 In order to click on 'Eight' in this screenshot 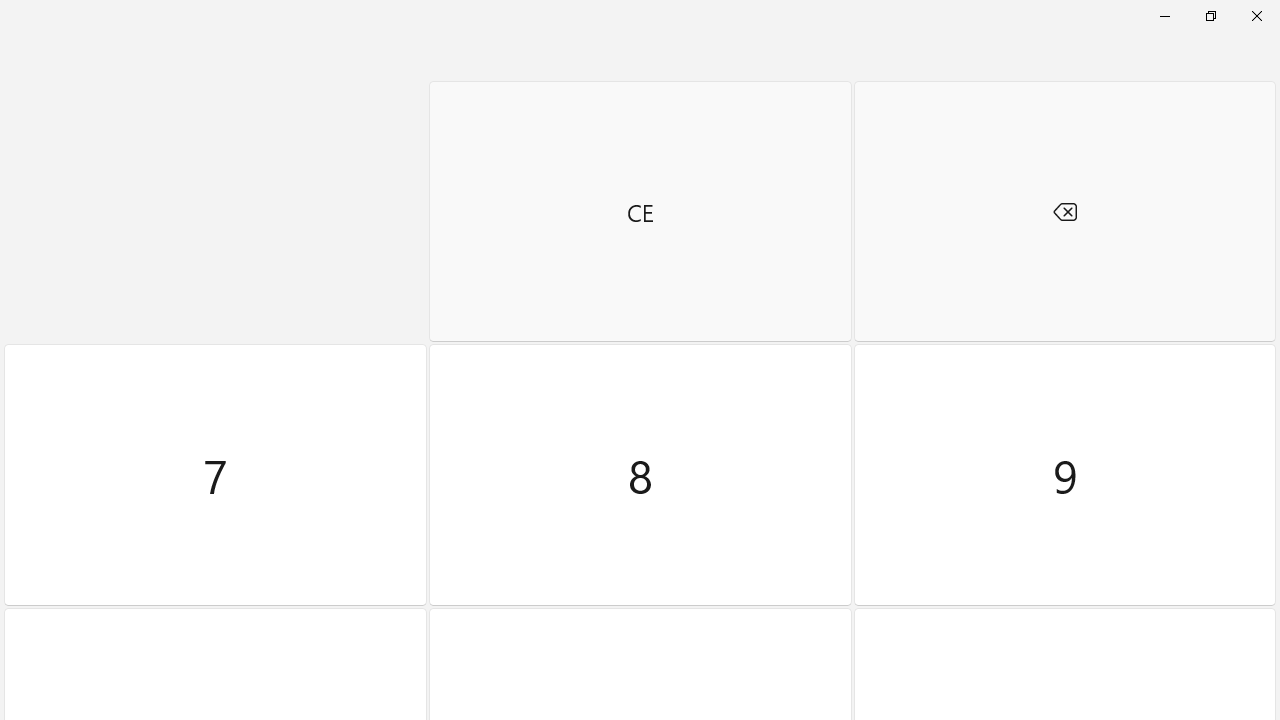, I will do `click(640, 475)`.